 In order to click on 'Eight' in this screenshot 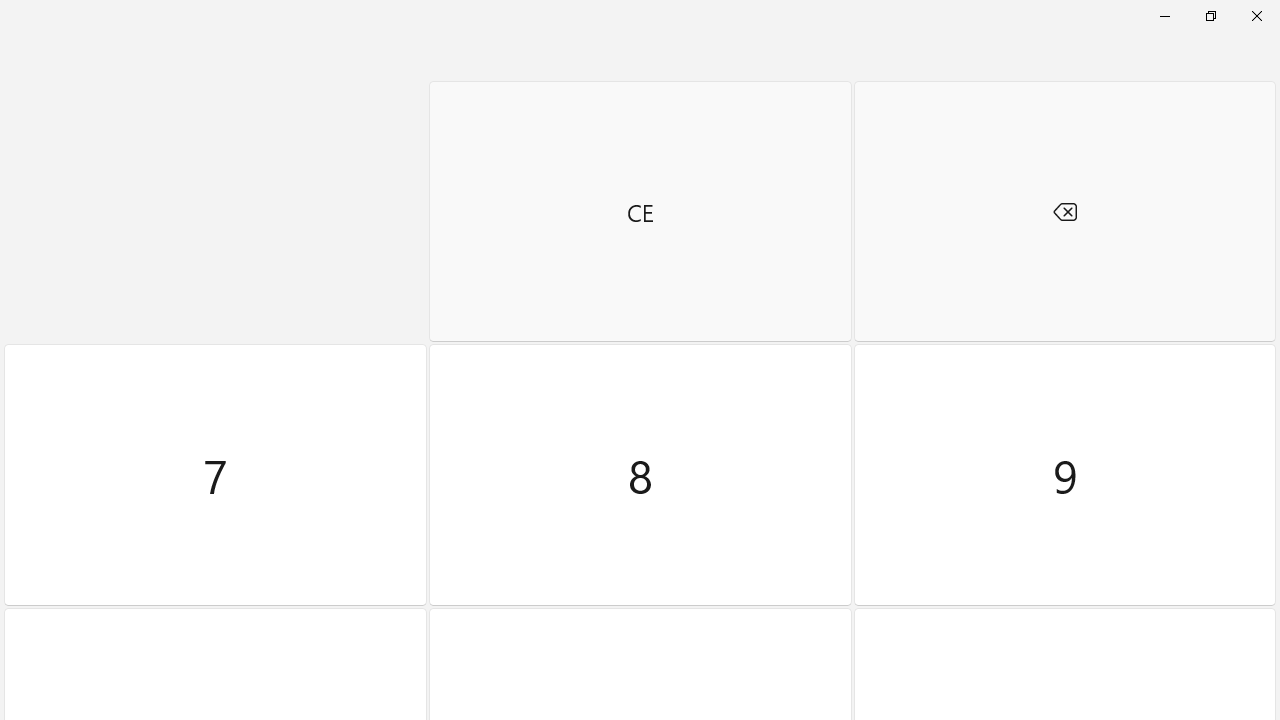, I will do `click(640, 475)`.